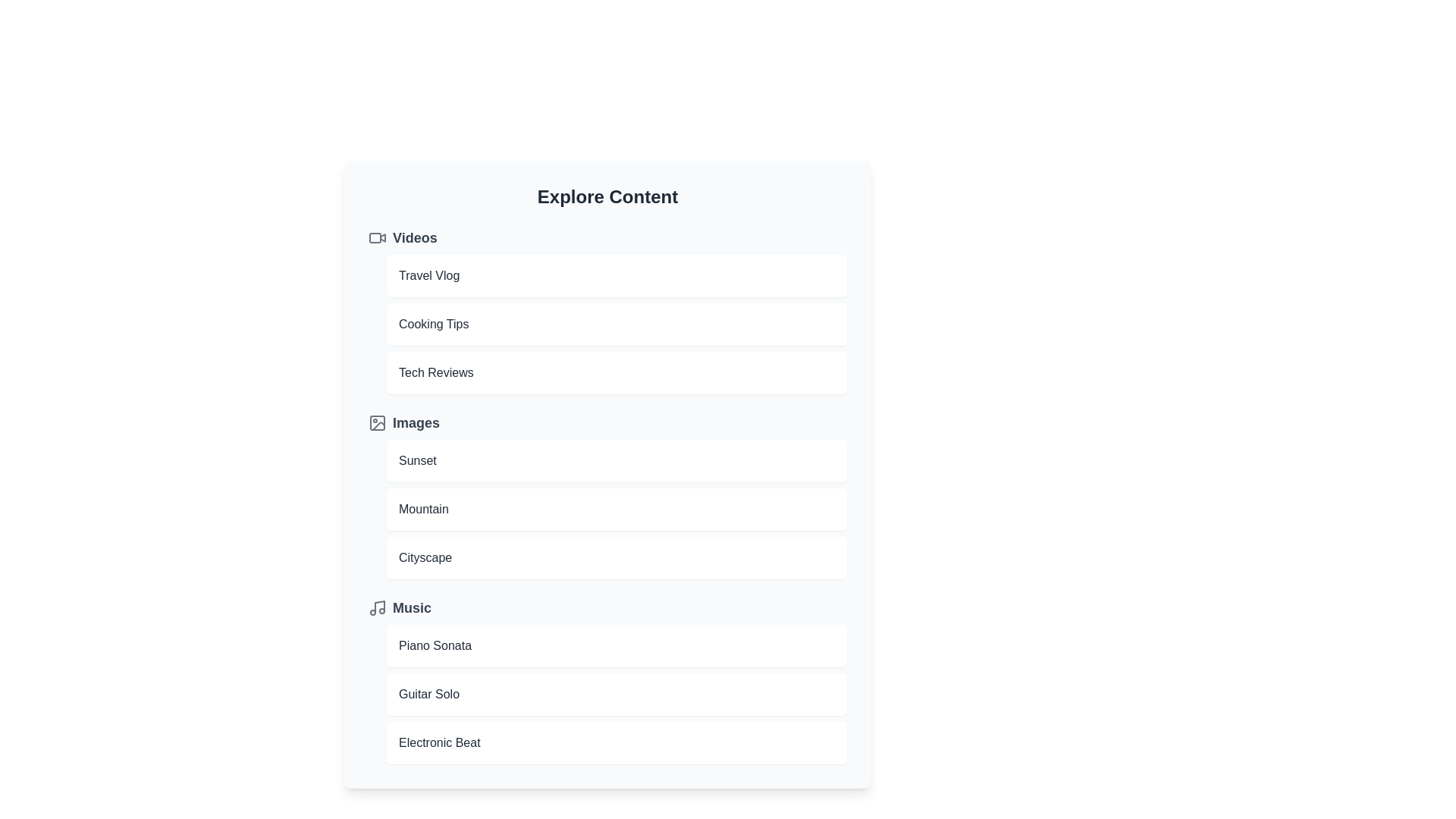 The image size is (1456, 819). I want to click on the item Guitar Solo to preview it, so click(617, 694).